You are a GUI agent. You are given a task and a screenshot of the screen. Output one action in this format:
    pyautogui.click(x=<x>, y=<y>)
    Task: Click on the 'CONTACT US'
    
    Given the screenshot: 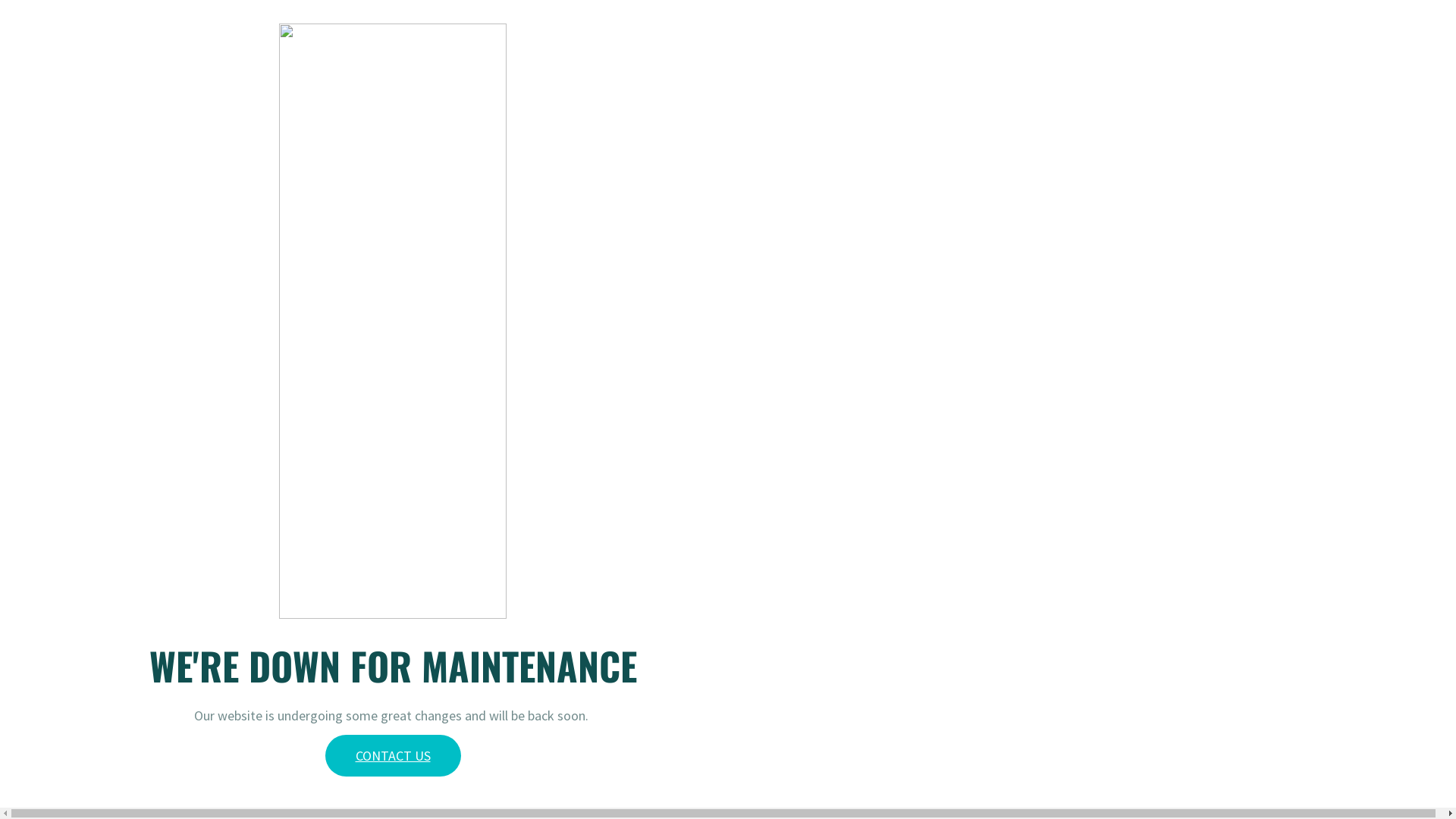 What is the action you would take?
    pyautogui.click(x=392, y=755)
    